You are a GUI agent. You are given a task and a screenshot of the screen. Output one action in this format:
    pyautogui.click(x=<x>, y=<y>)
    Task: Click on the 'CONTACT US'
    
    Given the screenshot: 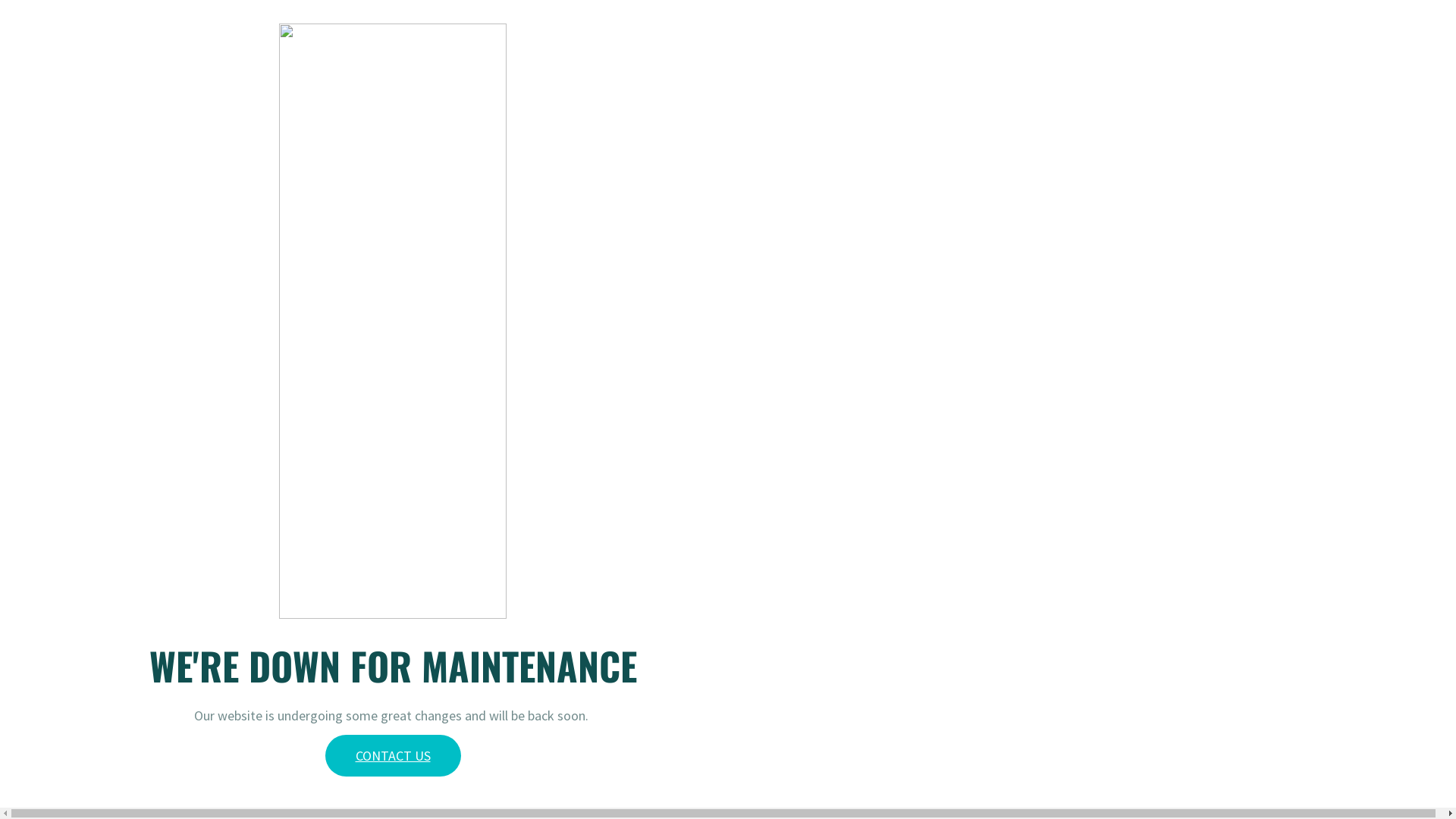 What is the action you would take?
    pyautogui.click(x=392, y=755)
    